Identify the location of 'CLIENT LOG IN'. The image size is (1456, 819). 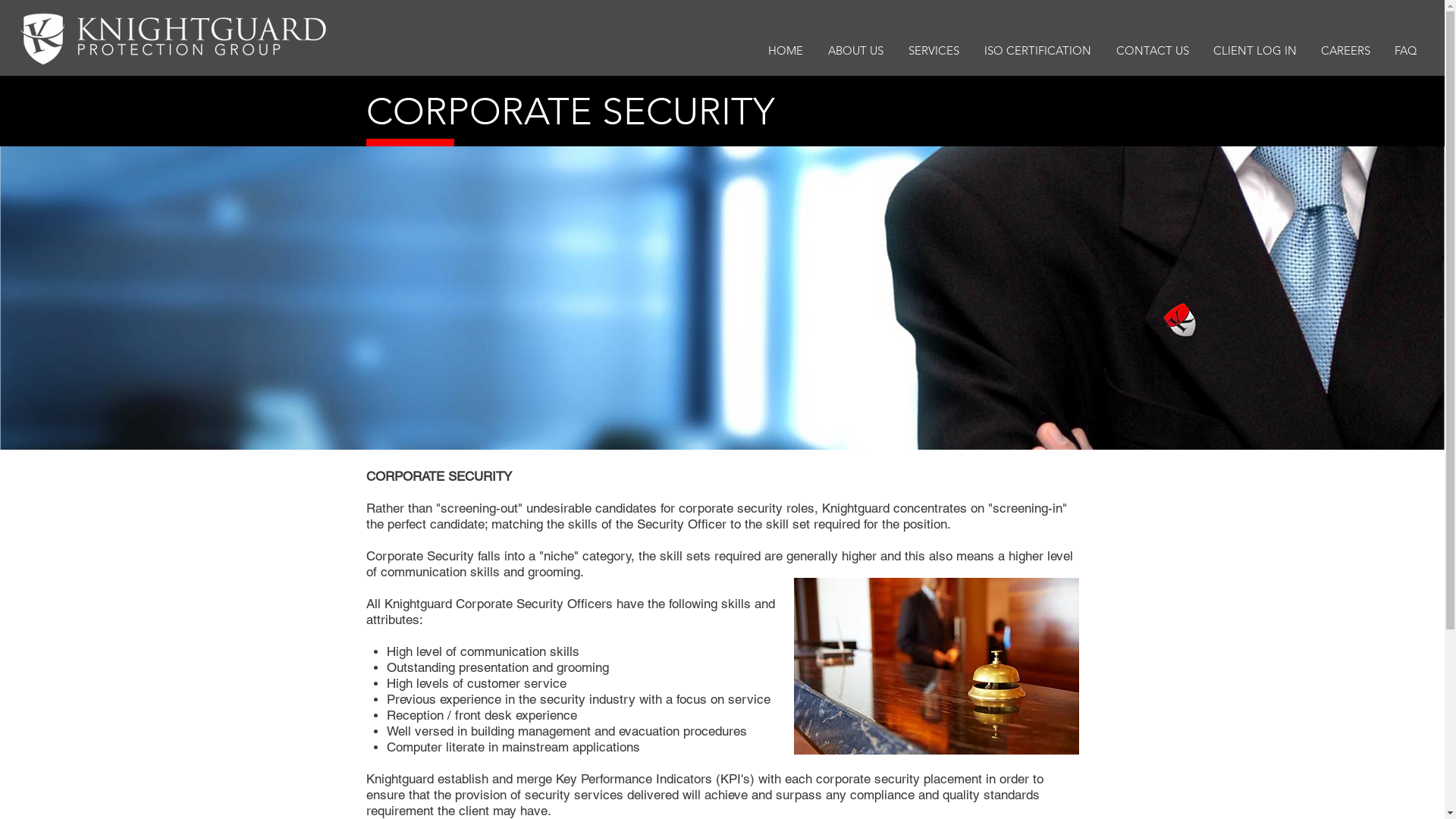
(1255, 49).